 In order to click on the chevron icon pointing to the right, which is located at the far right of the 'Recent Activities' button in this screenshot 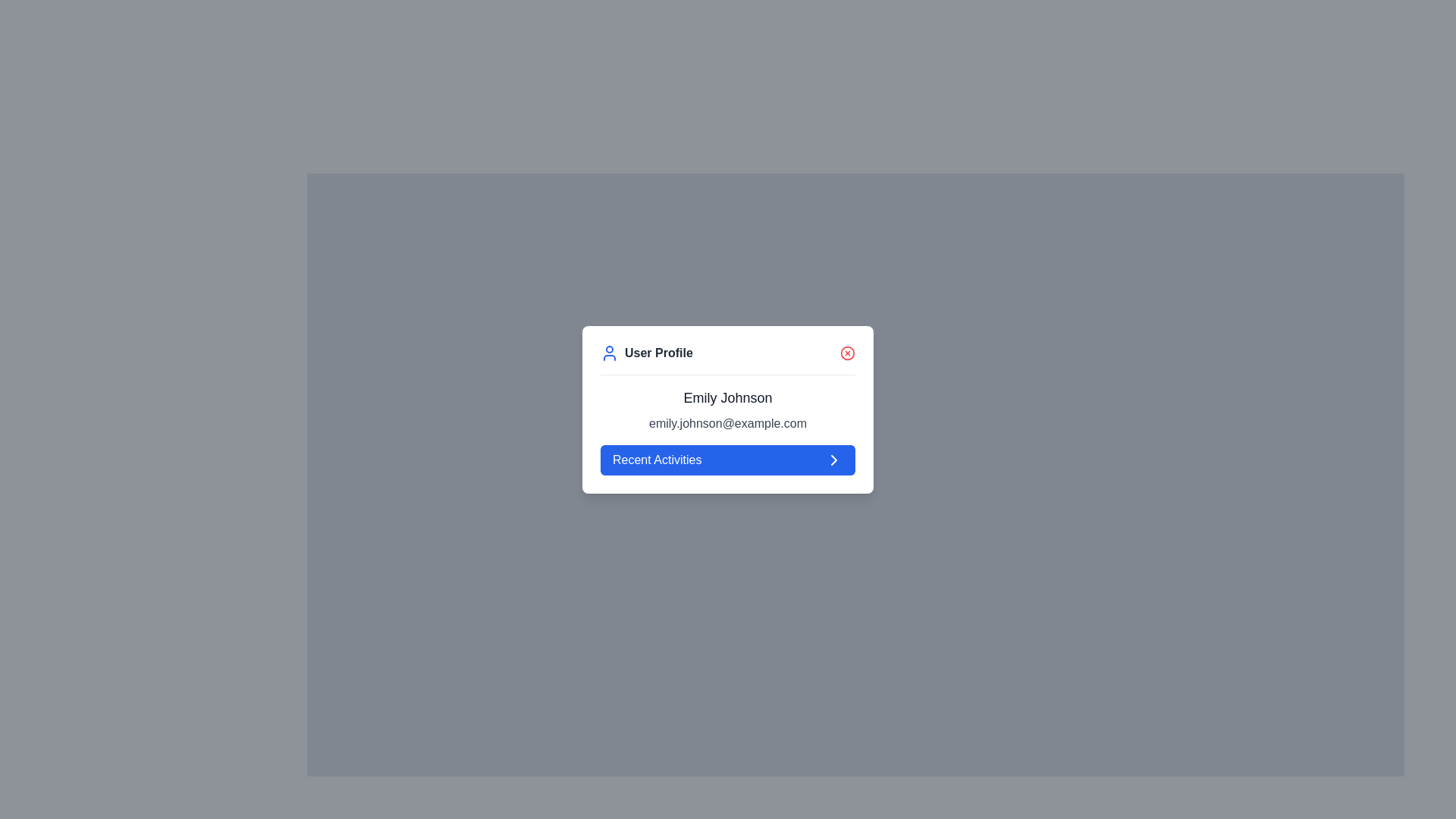, I will do `click(833, 458)`.